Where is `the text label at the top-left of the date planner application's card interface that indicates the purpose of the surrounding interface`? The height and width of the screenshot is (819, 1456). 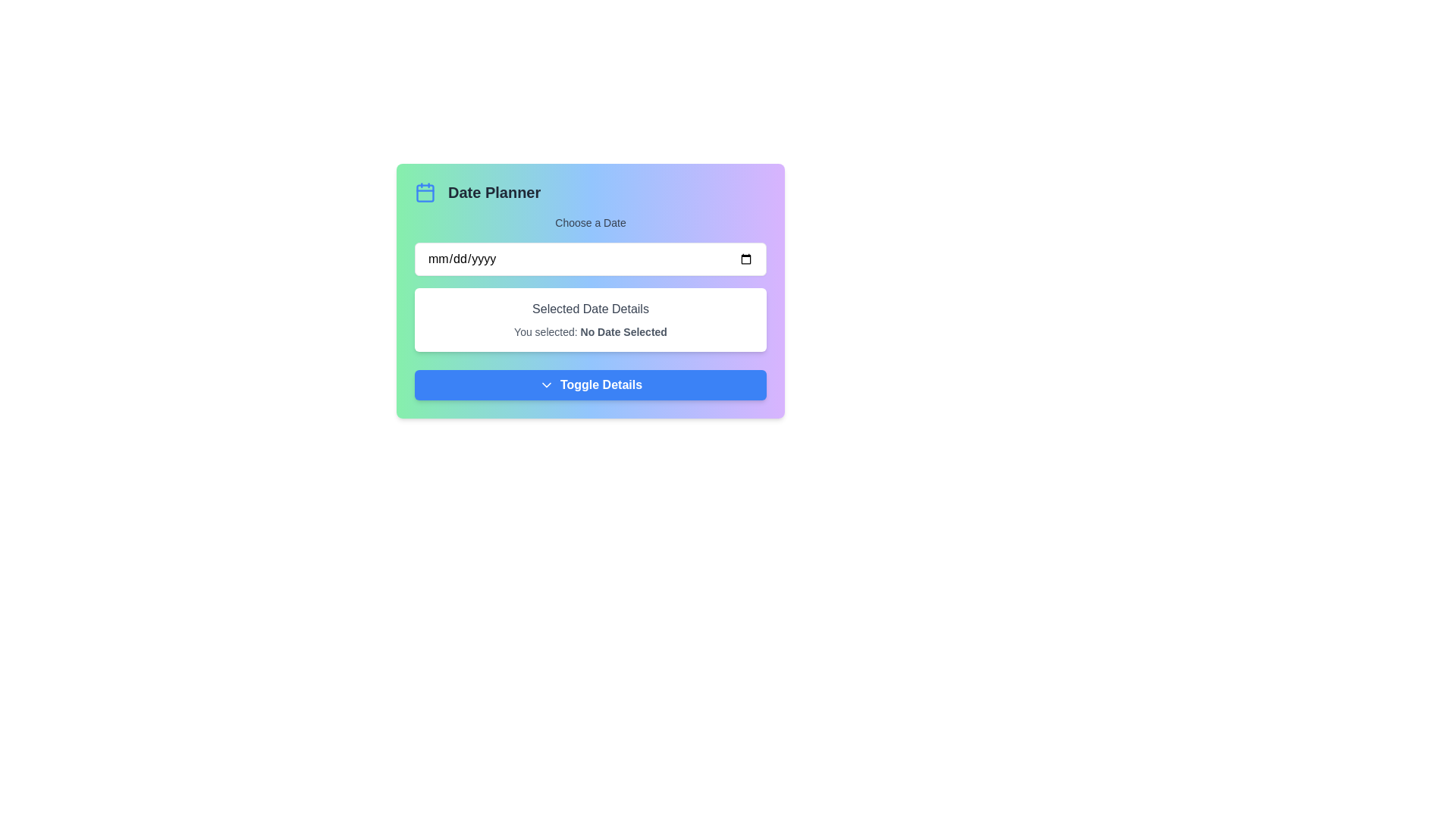
the text label at the top-left of the date planner application's card interface that indicates the purpose of the surrounding interface is located at coordinates (494, 192).